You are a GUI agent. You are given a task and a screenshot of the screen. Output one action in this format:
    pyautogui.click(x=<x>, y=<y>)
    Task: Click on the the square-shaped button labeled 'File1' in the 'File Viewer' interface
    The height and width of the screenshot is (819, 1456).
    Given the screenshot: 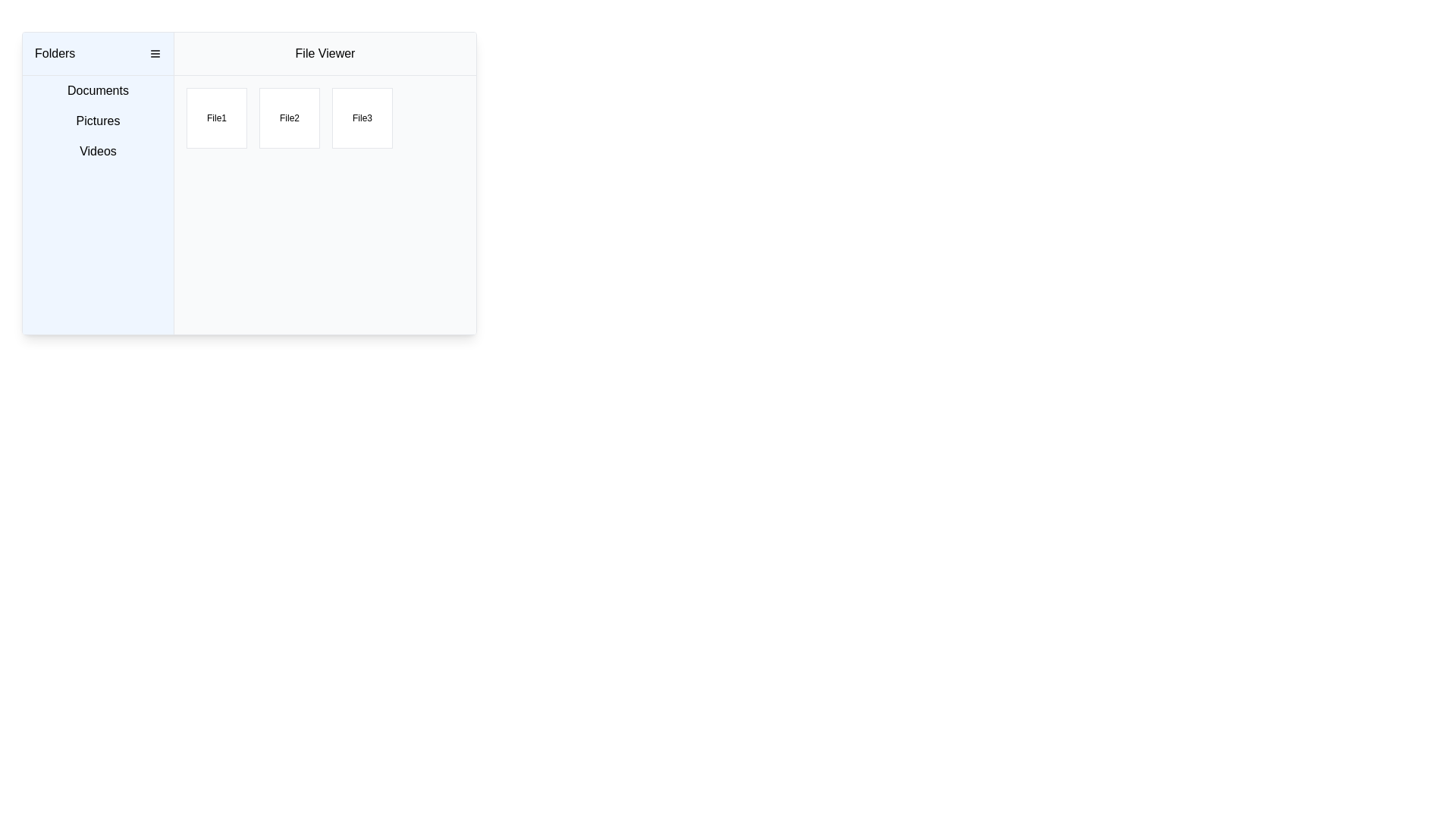 What is the action you would take?
    pyautogui.click(x=216, y=117)
    